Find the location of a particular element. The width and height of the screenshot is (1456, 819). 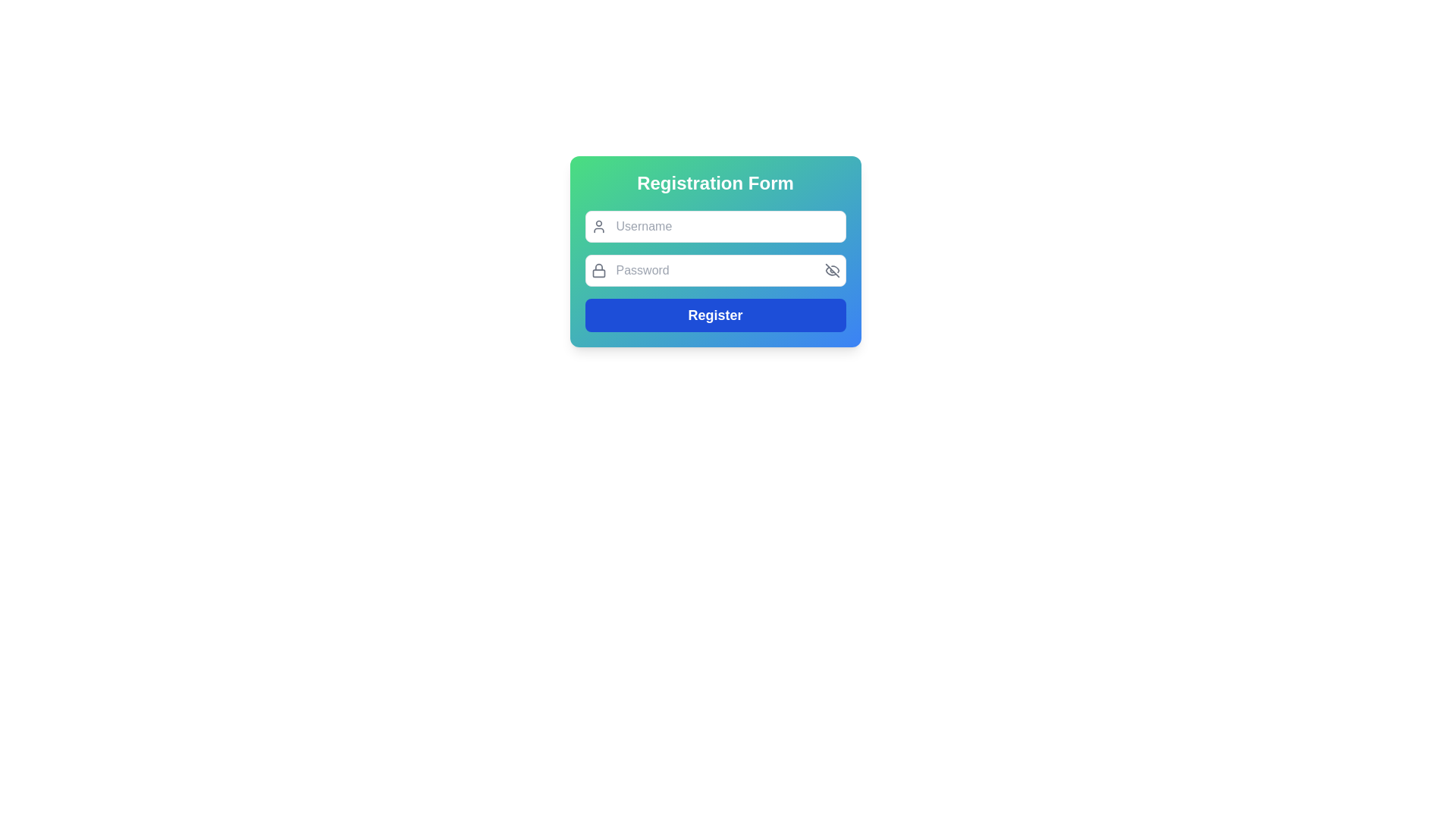

the second password input field in the 'Registration Form', located beneath the 'Username' field and above the 'Register' button is located at coordinates (714, 271).